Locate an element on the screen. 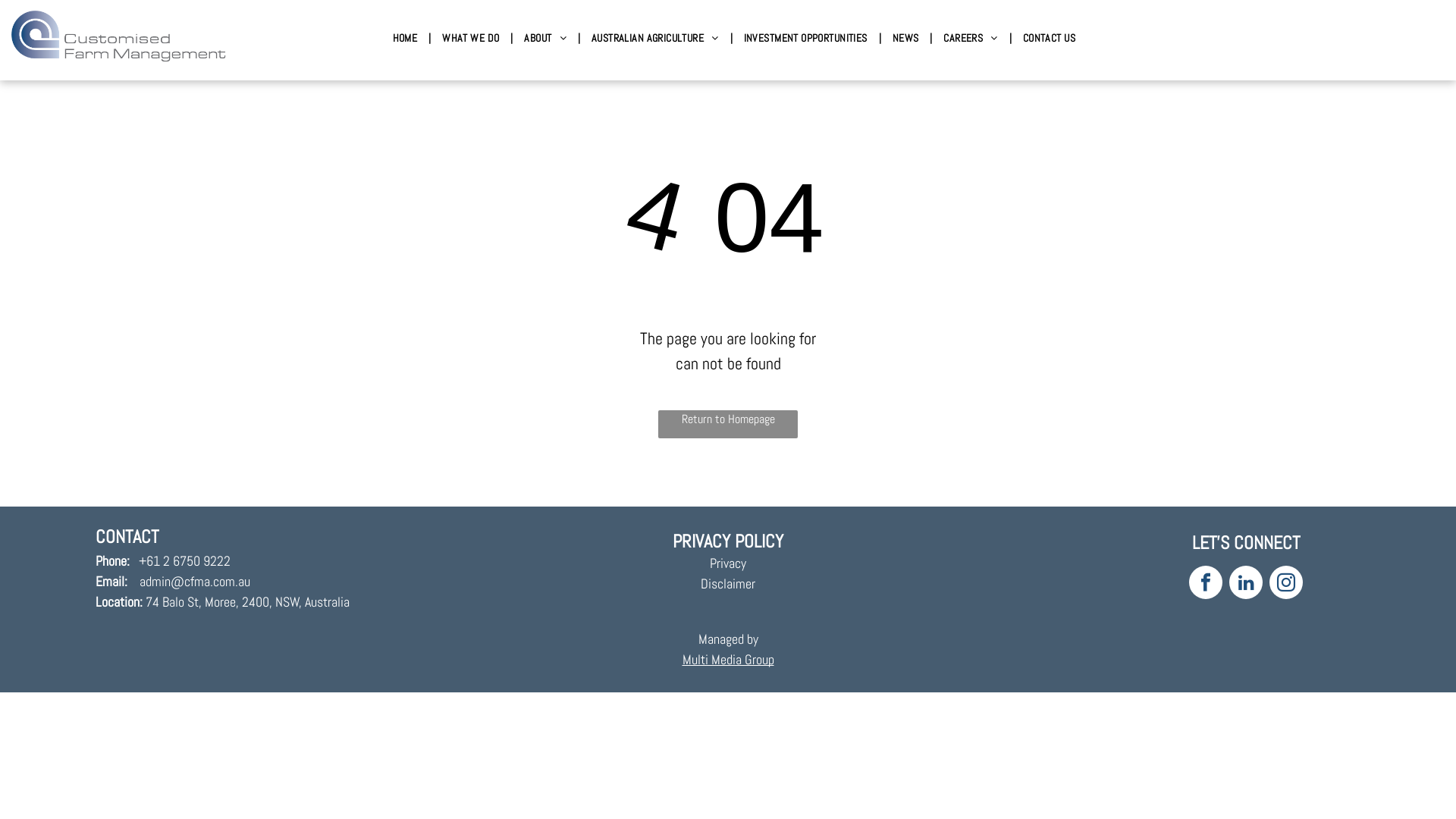 Image resolution: width=1456 pixels, height=819 pixels. 'HOME' is located at coordinates (404, 38).